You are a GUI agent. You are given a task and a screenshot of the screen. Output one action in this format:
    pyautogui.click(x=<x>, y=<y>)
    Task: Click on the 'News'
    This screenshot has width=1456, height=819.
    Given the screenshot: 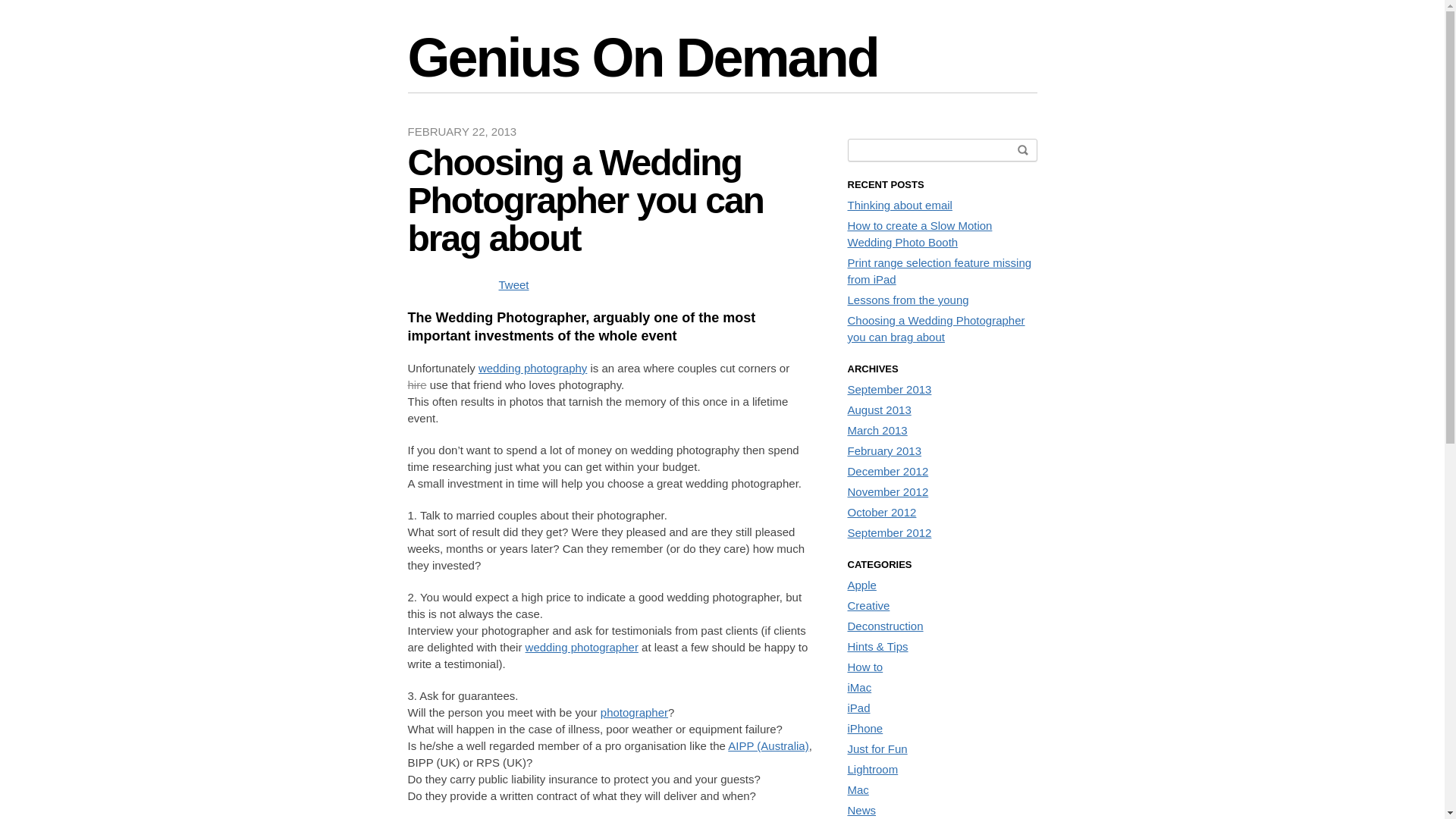 What is the action you would take?
    pyautogui.click(x=847, y=809)
    